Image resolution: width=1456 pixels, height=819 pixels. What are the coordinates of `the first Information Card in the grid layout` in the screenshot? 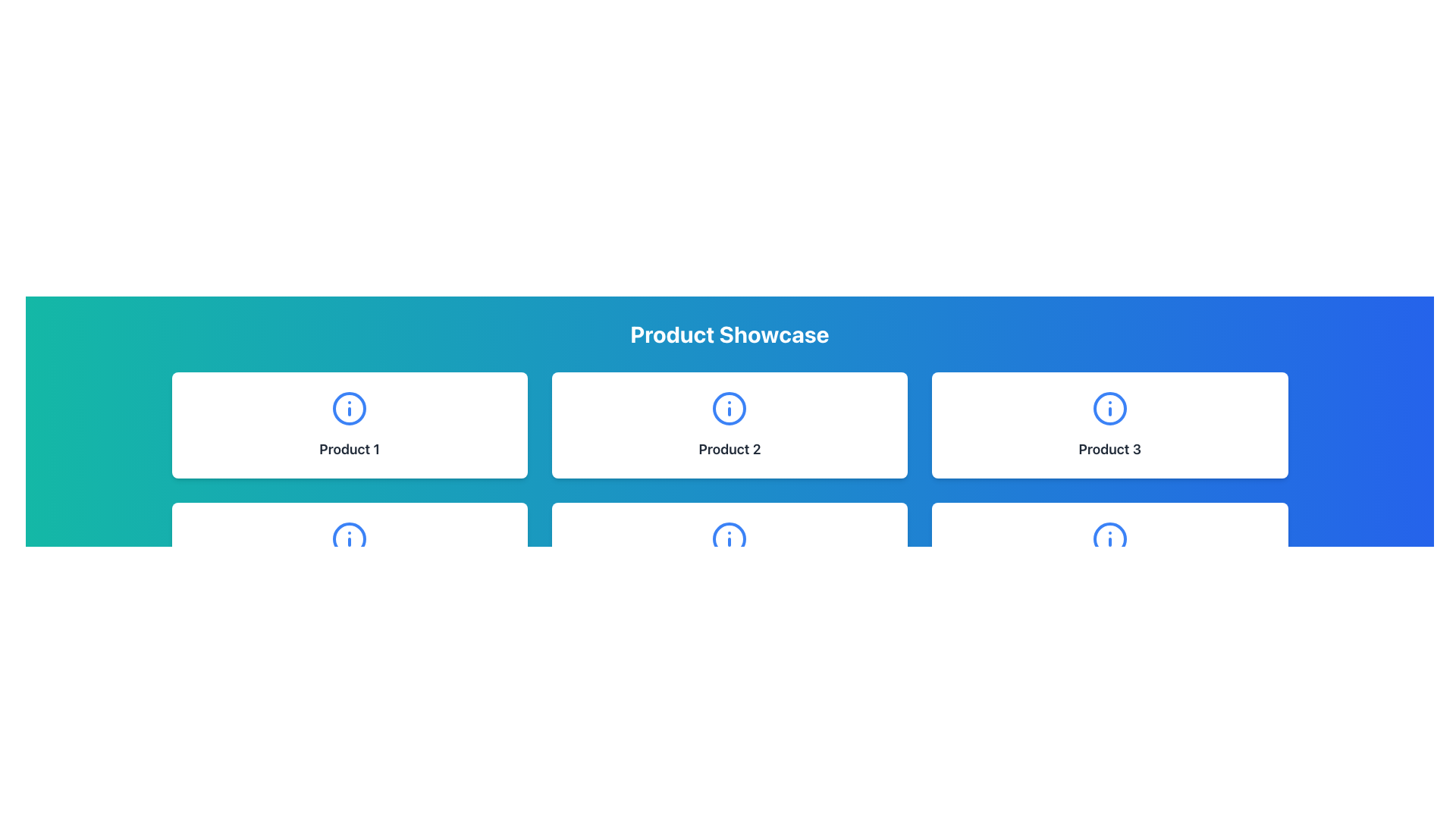 It's located at (349, 425).